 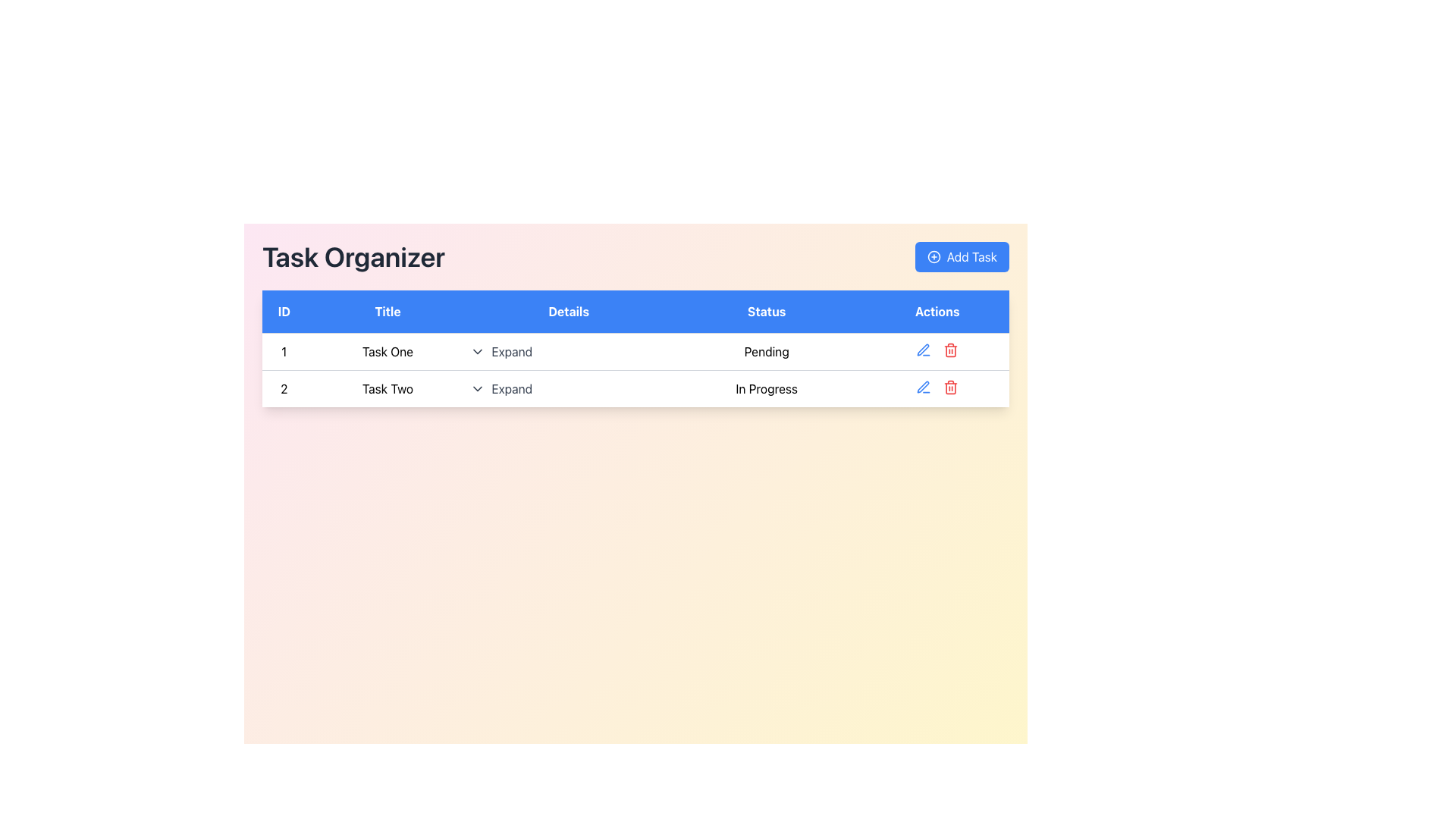 I want to click on identifier number located in the first column of the second row of the task table, positioned below the cell containing '1' and to the left of 'Task Two', so click(x=284, y=388).